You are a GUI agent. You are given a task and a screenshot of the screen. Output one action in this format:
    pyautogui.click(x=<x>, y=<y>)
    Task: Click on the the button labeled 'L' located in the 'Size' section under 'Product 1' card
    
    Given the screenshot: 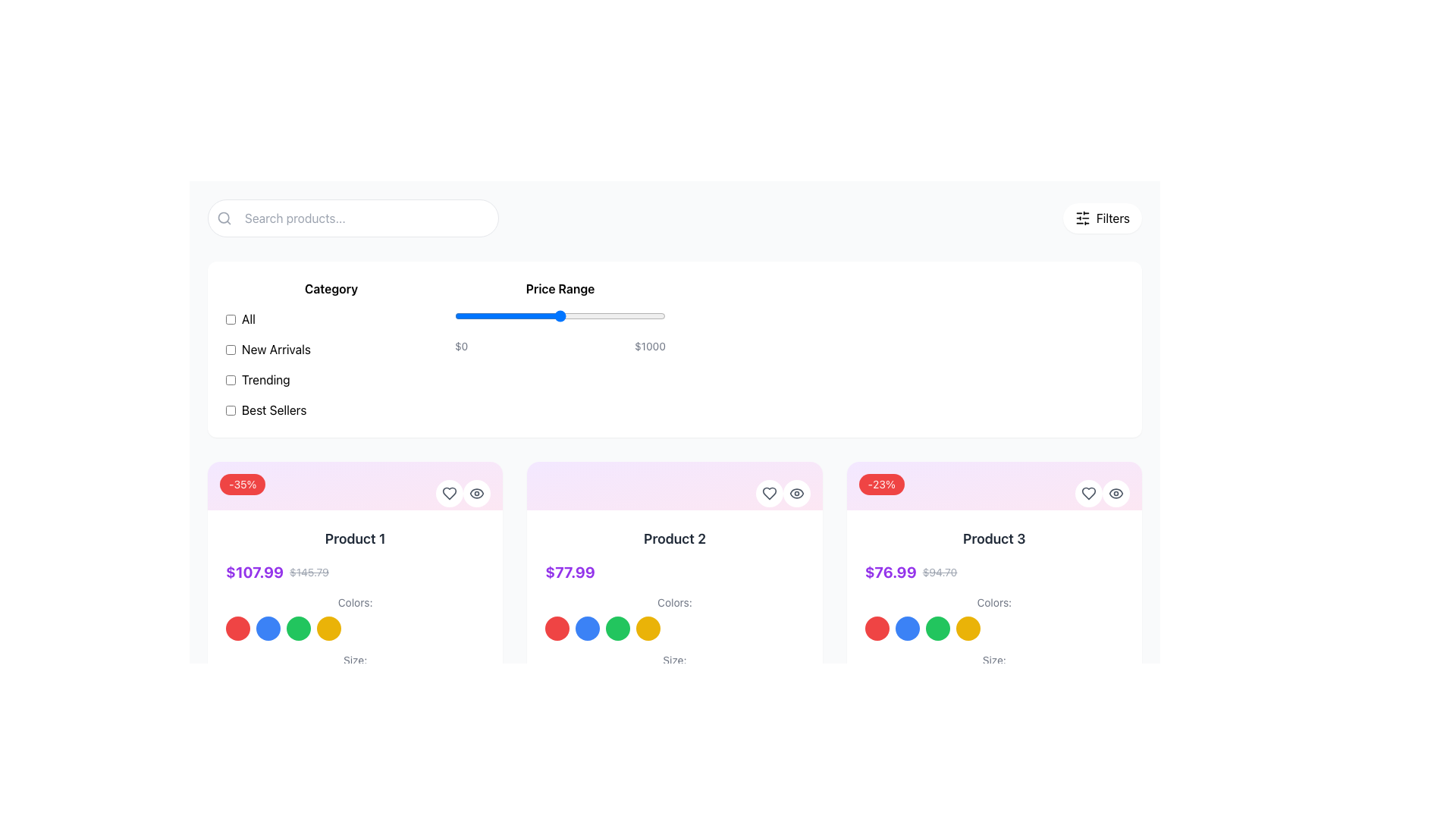 What is the action you would take?
    pyautogui.click(x=349, y=687)
    